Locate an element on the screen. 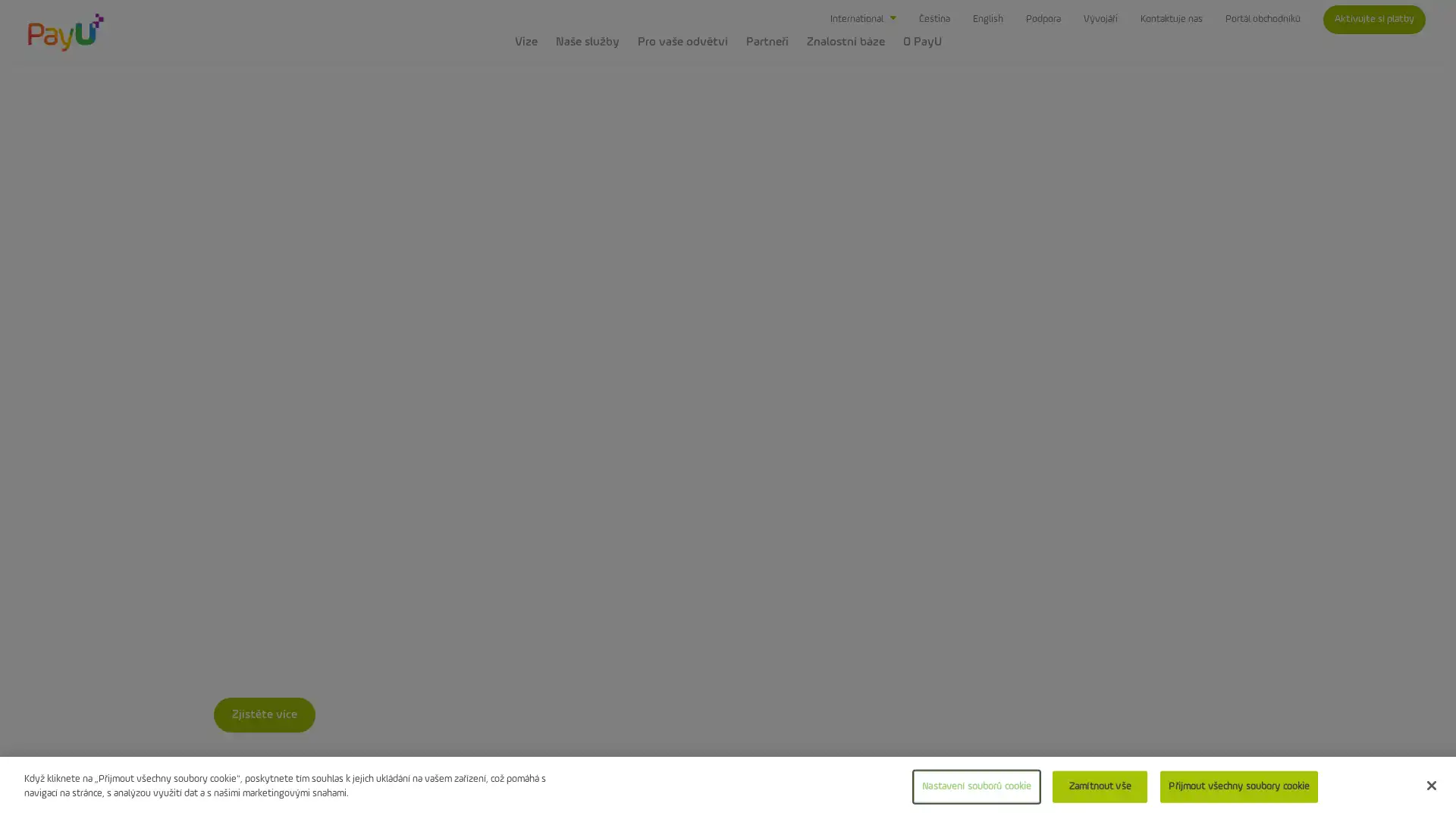 The width and height of the screenshot is (1456, 819). Nastaveni souboru cookie is located at coordinates (976, 786).